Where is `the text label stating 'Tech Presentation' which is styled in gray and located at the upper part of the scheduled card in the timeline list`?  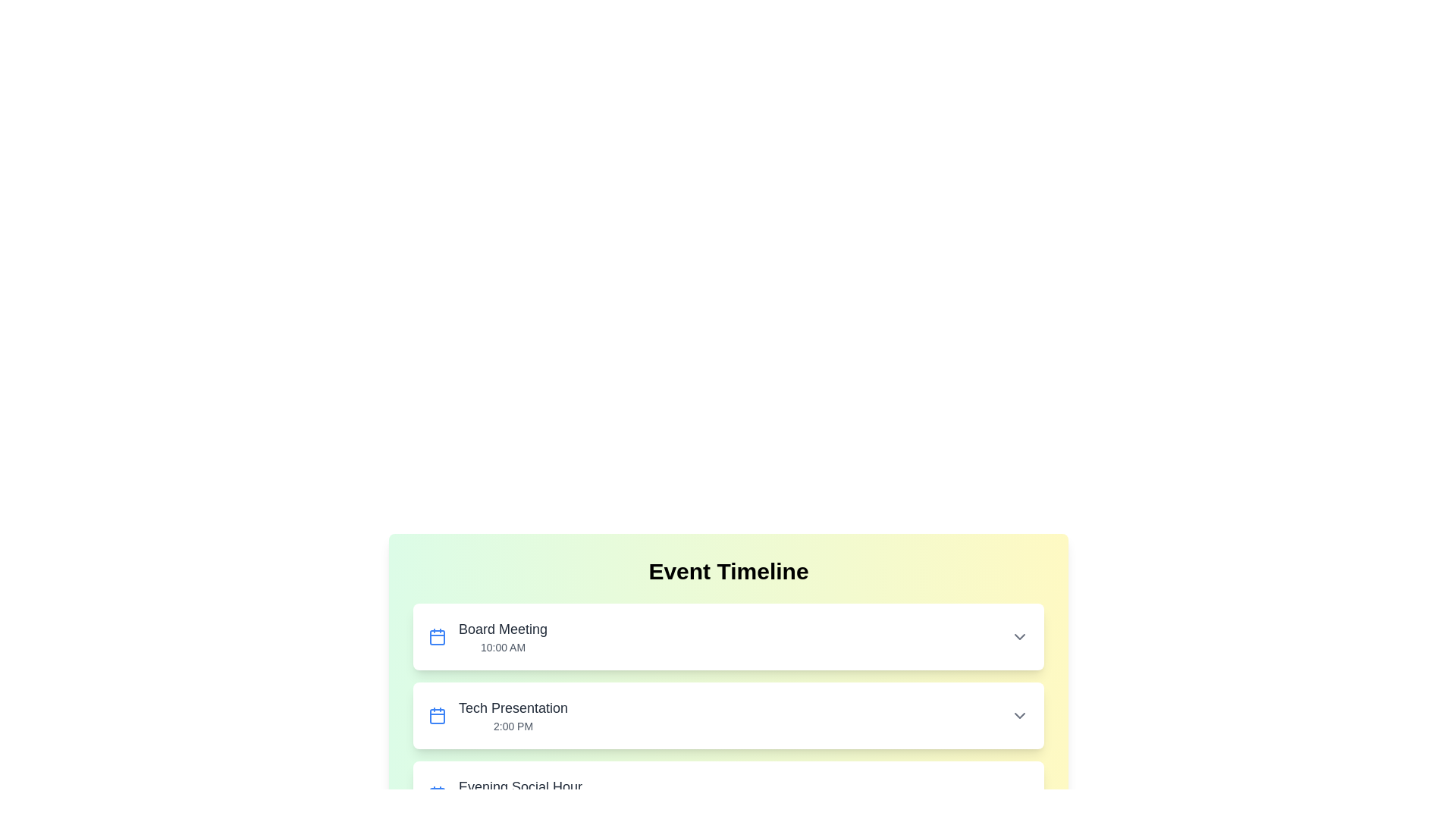 the text label stating 'Tech Presentation' which is styled in gray and located at the upper part of the scheduled card in the timeline list is located at coordinates (513, 708).